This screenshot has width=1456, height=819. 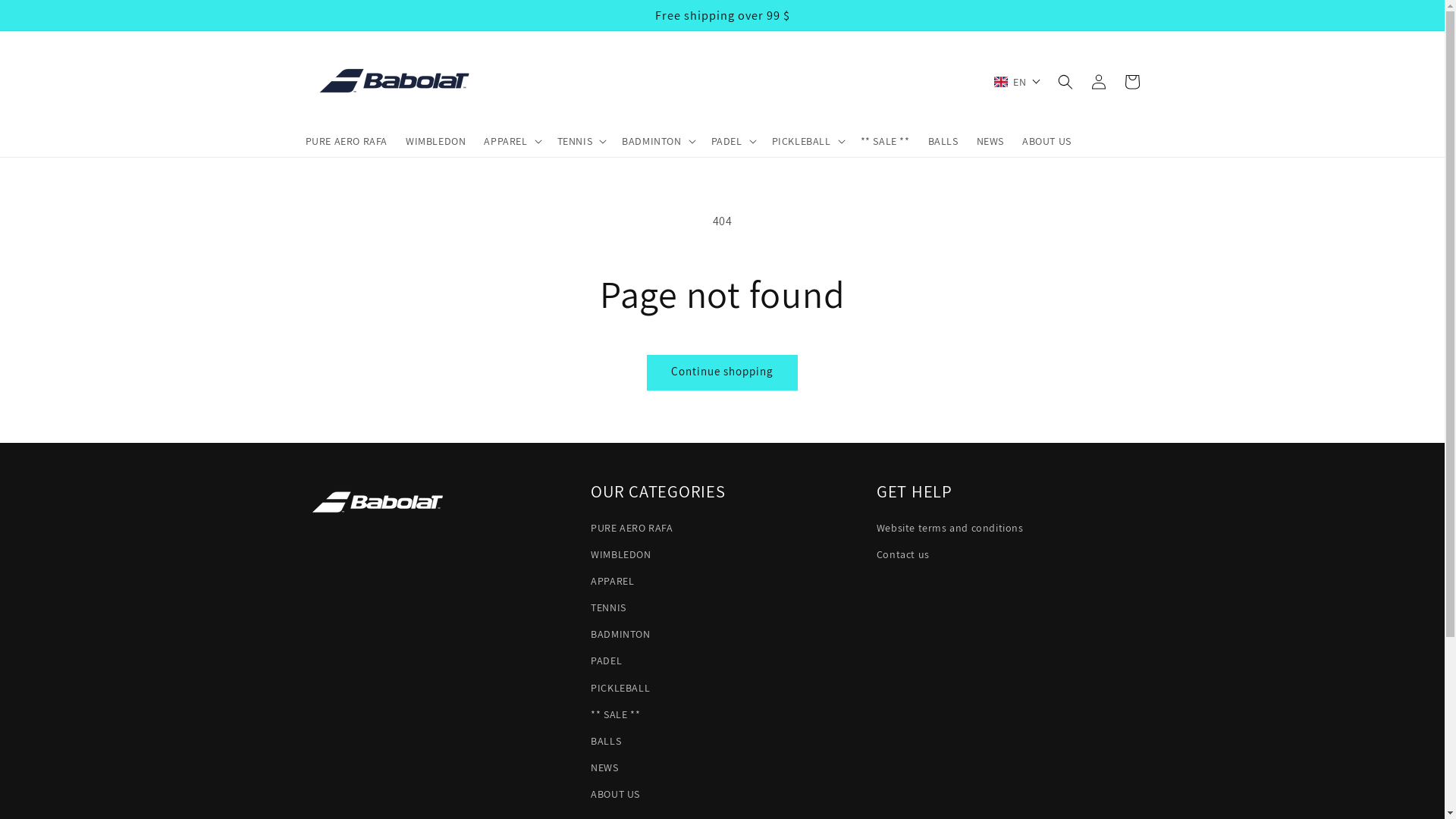 I want to click on '** SALE **', so click(x=852, y=140).